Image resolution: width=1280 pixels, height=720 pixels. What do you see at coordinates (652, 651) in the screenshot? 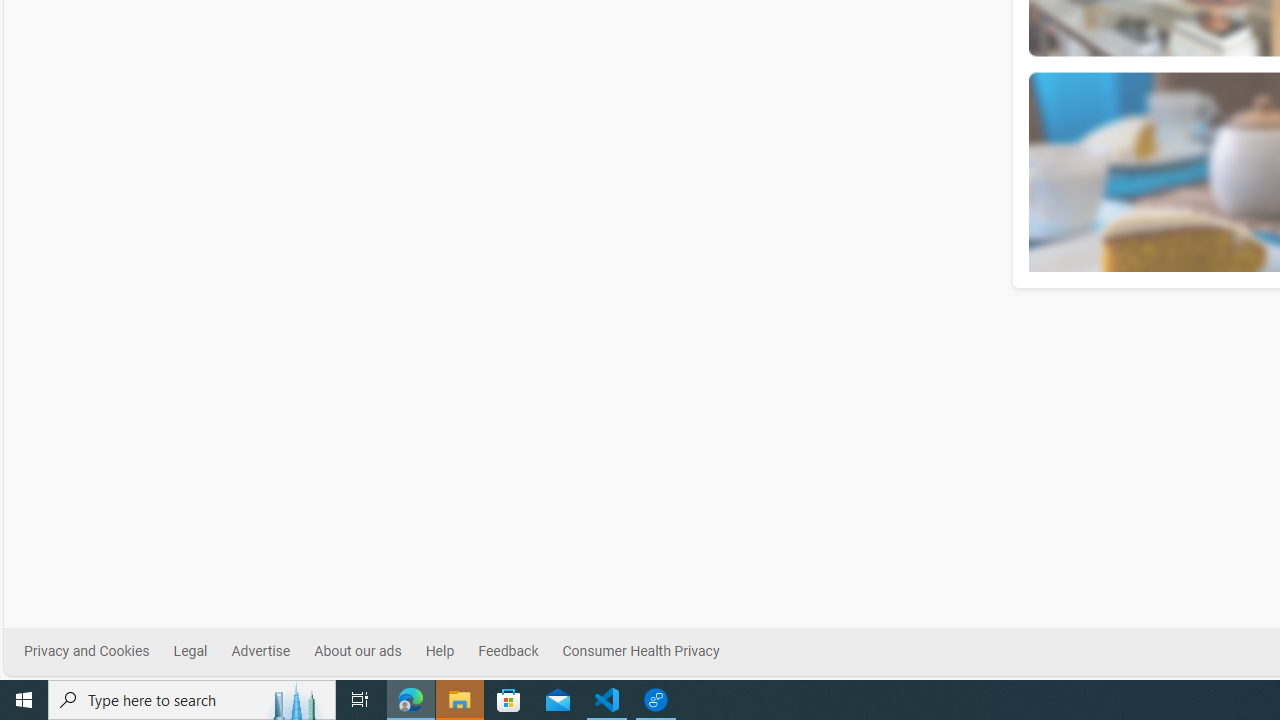
I see `'Consumer Health Privacy'` at bounding box center [652, 651].